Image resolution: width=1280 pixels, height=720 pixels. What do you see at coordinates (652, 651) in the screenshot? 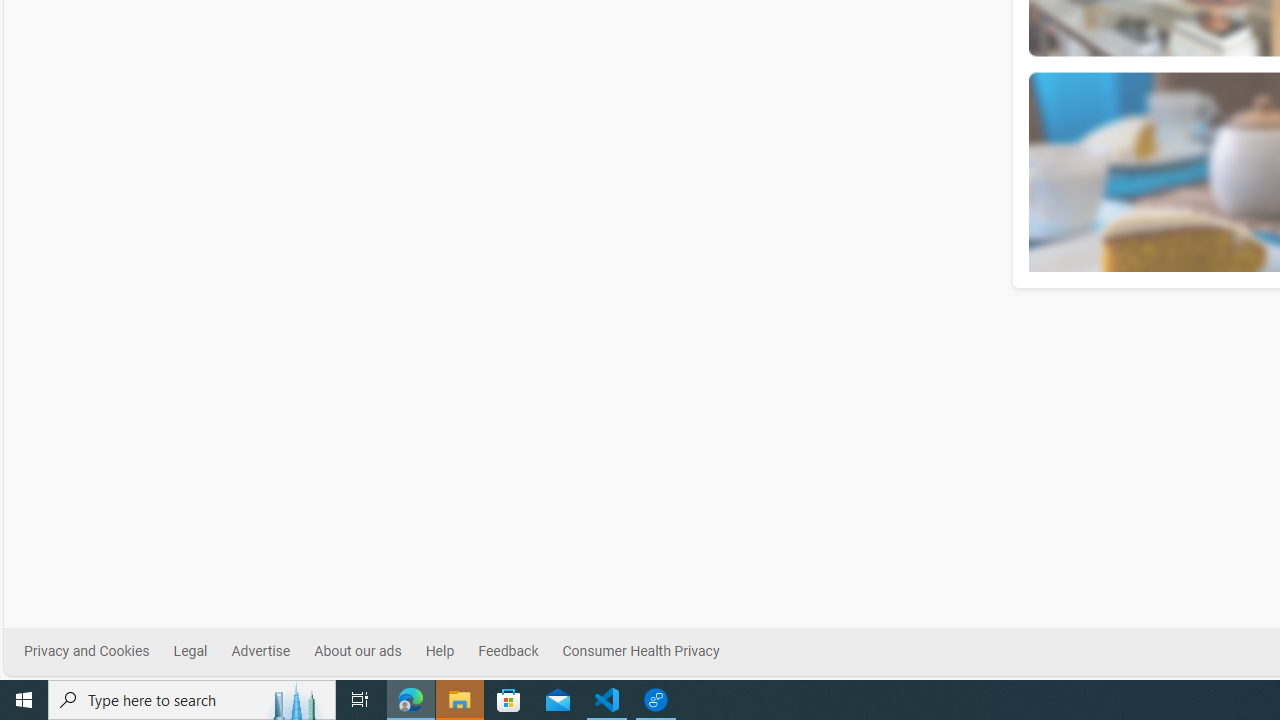
I see `'Consumer Health Privacy'` at bounding box center [652, 651].